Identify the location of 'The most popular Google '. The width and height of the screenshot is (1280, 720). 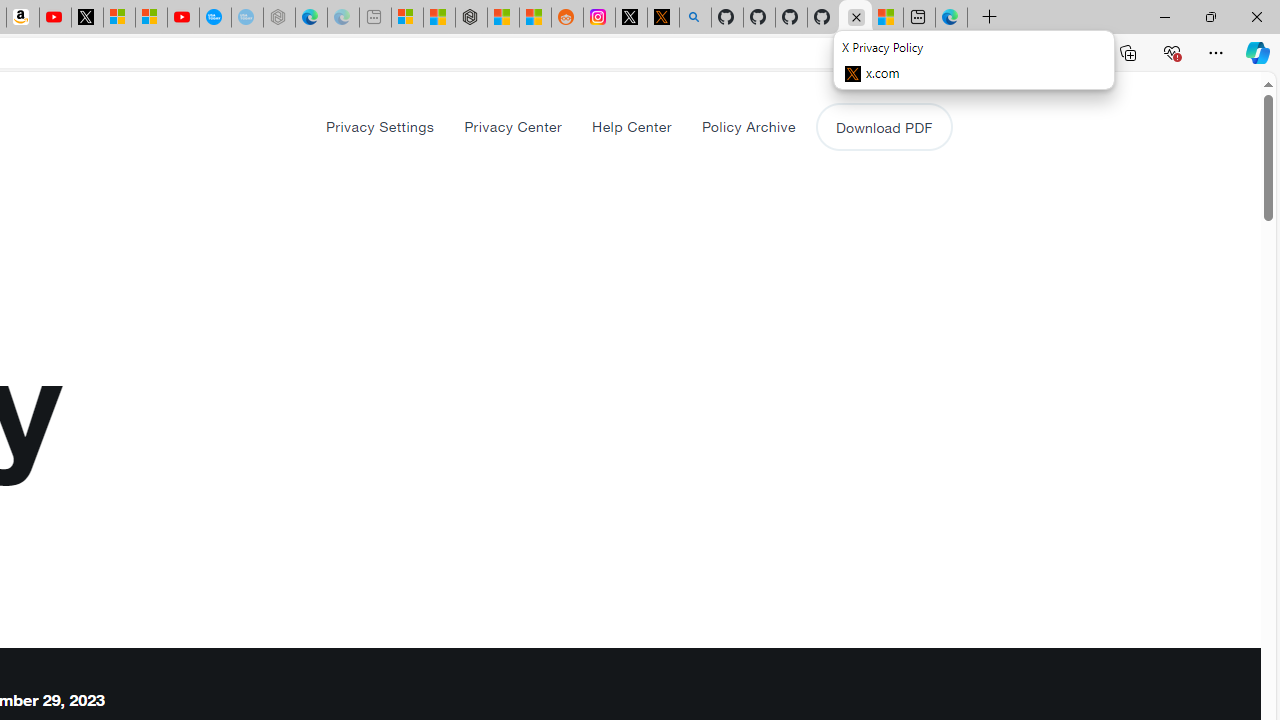
(246, 17).